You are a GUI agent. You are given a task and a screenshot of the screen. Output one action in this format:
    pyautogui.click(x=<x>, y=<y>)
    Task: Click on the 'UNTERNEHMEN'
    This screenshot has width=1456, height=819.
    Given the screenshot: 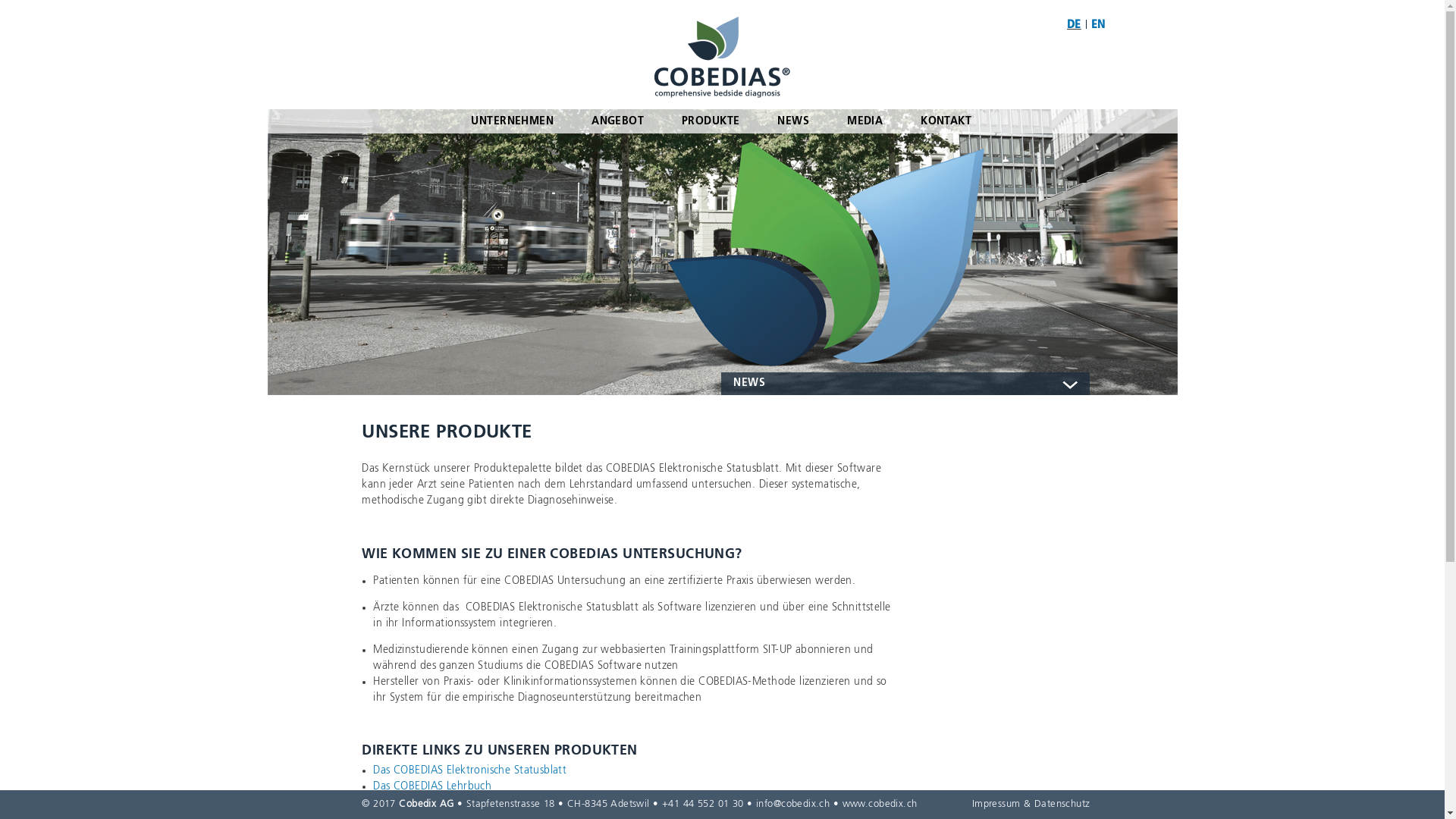 What is the action you would take?
    pyautogui.click(x=512, y=120)
    